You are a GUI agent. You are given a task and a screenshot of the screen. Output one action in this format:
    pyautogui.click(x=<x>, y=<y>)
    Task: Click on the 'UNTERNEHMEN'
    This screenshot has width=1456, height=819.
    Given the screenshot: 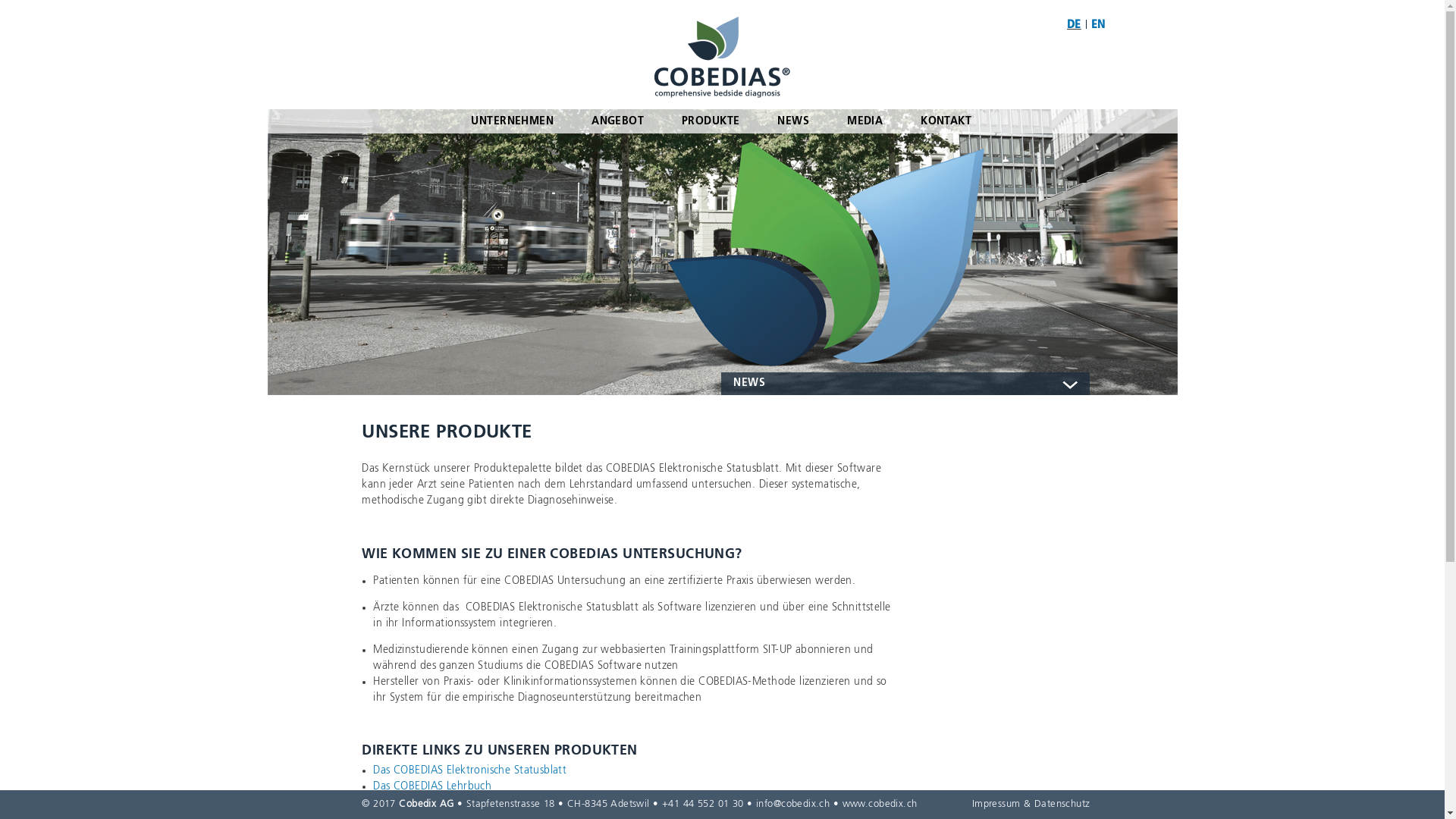 What is the action you would take?
    pyautogui.click(x=512, y=120)
    